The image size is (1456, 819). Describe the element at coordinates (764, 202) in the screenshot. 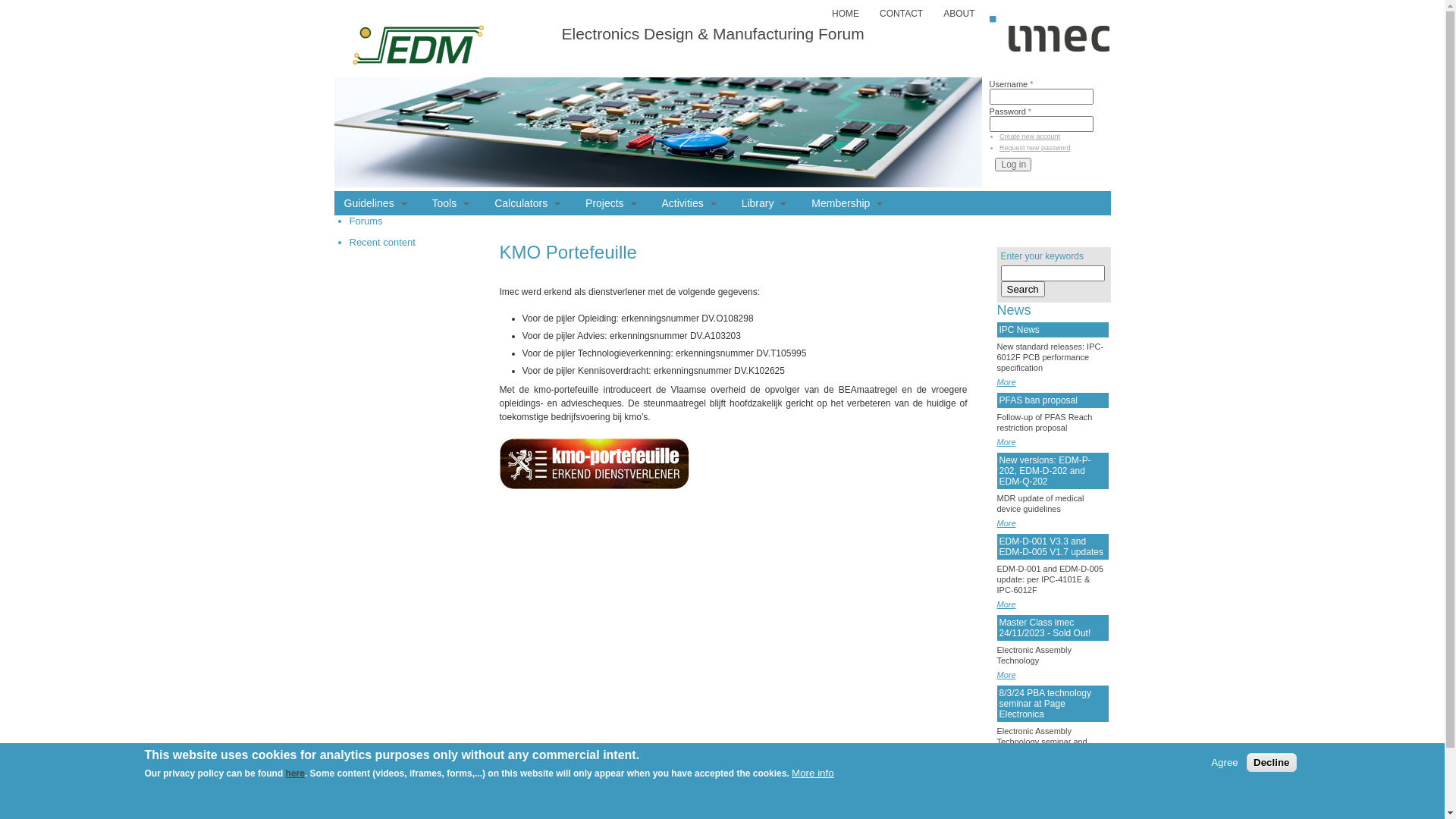

I see `'Library'` at that location.